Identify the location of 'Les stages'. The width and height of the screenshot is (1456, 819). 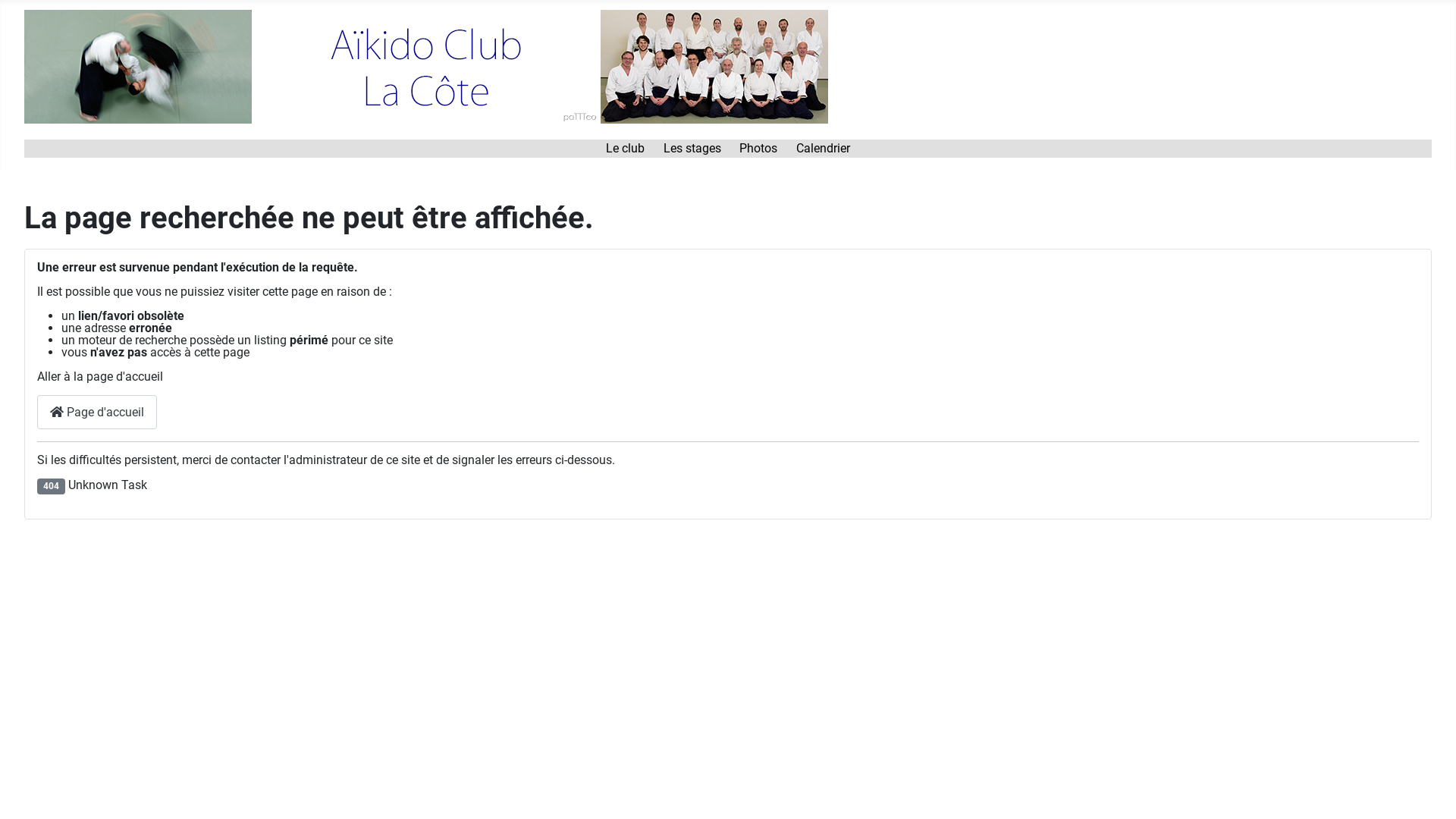
(691, 148).